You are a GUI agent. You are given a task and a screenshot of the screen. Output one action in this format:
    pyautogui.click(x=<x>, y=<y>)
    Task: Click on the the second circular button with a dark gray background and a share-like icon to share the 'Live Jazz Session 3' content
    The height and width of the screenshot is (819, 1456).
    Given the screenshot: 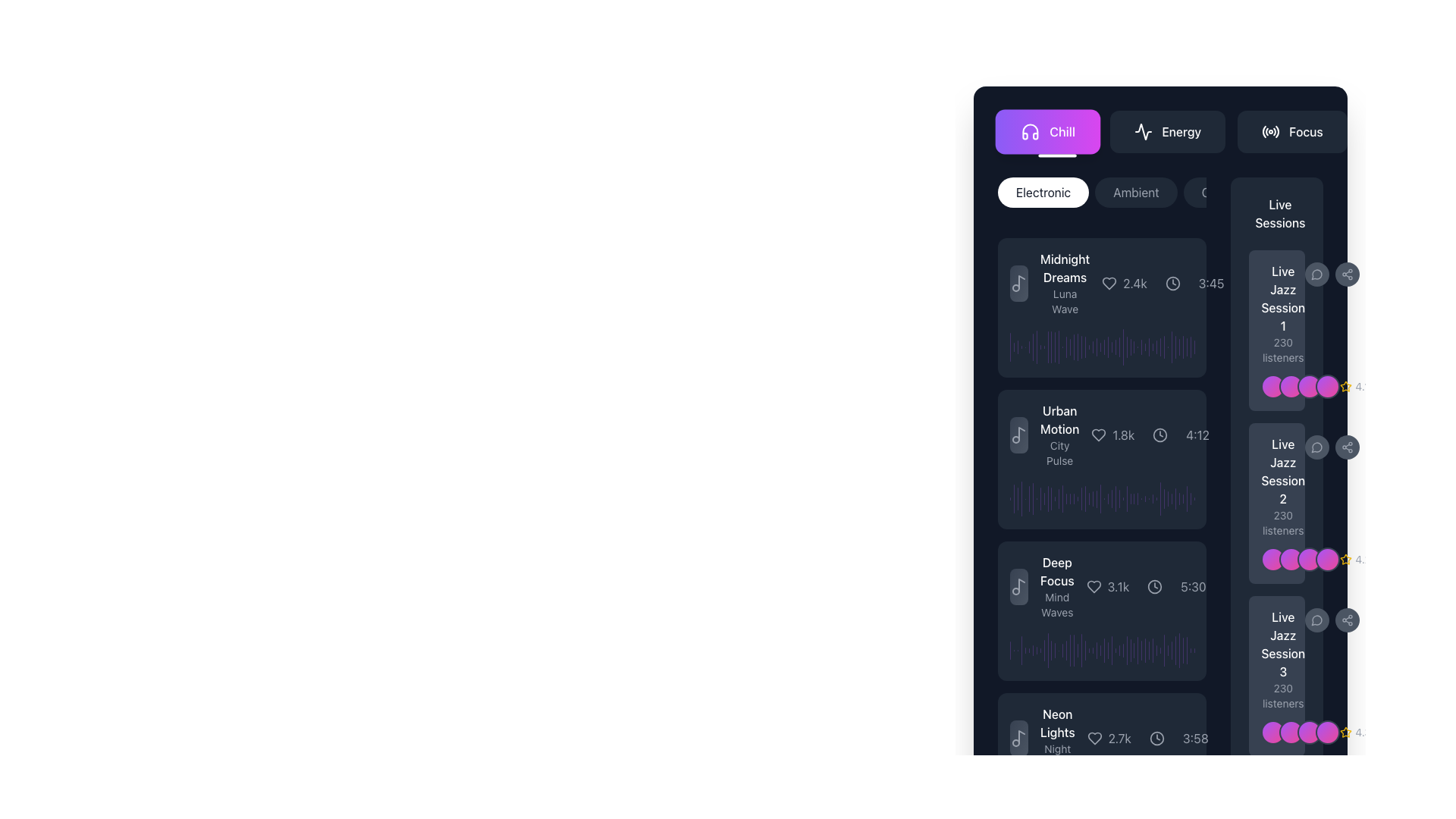 What is the action you would take?
    pyautogui.click(x=1348, y=620)
    